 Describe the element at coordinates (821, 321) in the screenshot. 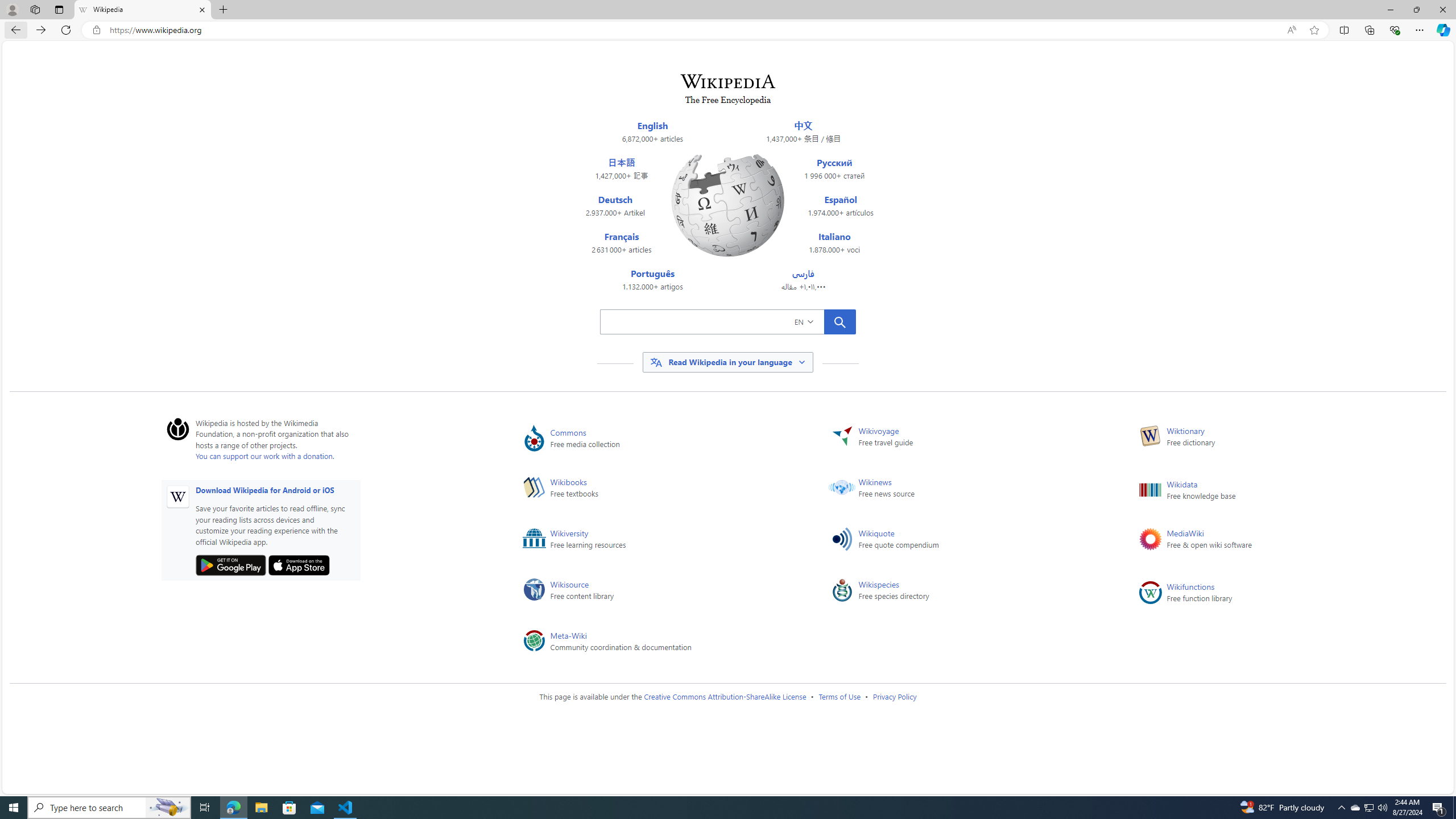

I see `'EN'` at that location.